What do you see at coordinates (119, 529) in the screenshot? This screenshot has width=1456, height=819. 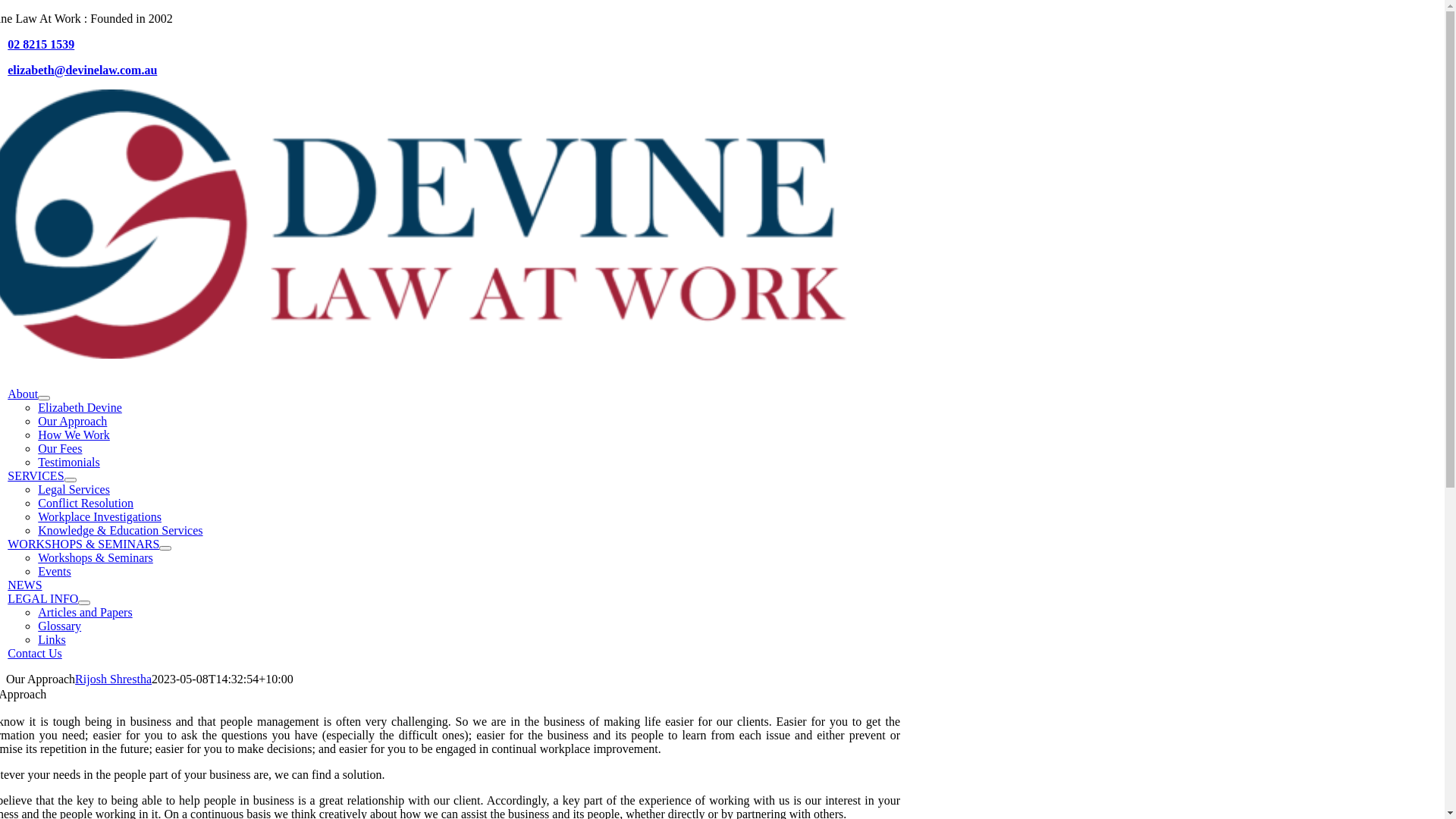 I see `'Knowledge & Education Services'` at bounding box center [119, 529].